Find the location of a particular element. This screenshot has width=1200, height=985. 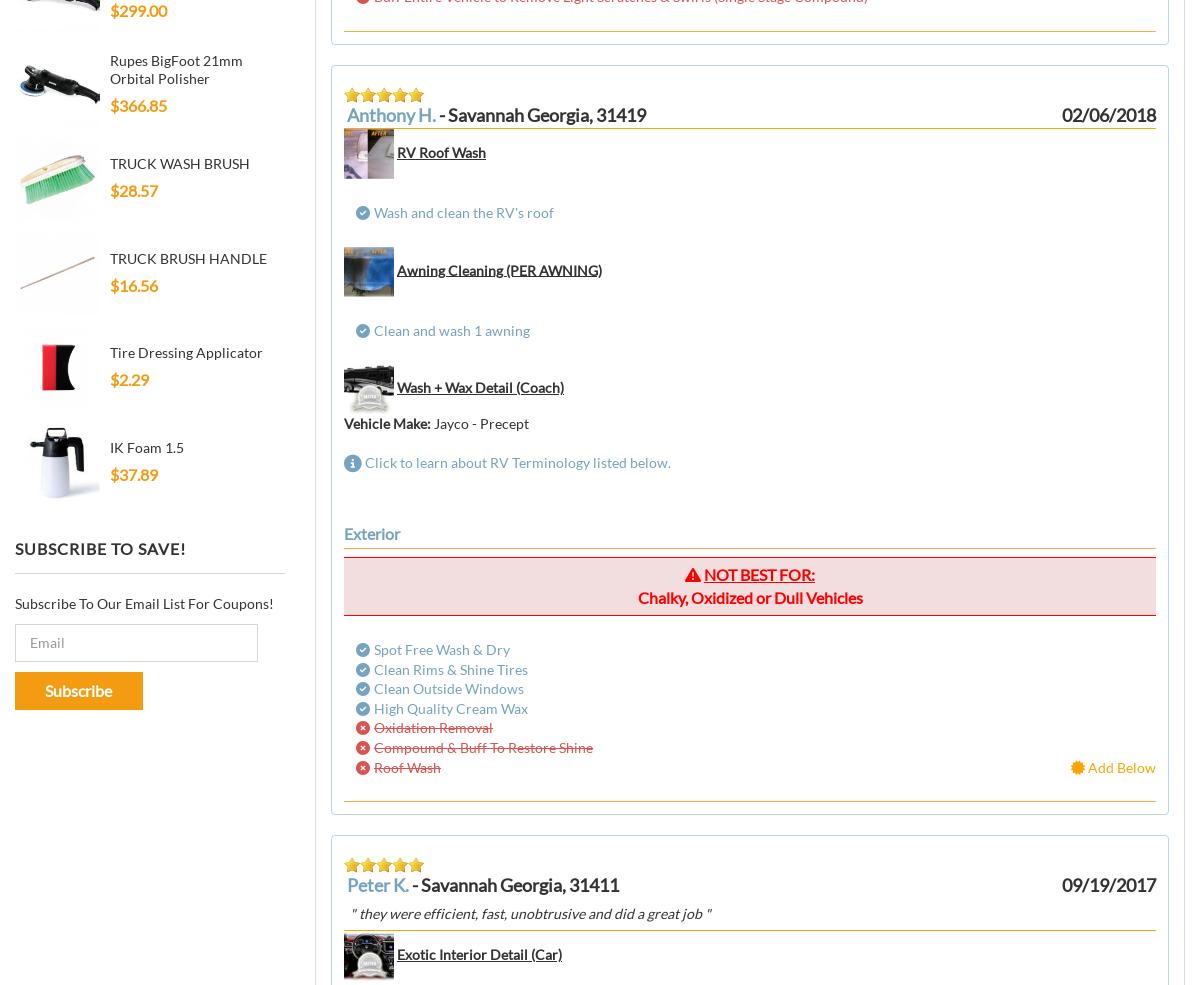

'Rupes BigFoot 21mm Orbital Polisher' is located at coordinates (174, 67).